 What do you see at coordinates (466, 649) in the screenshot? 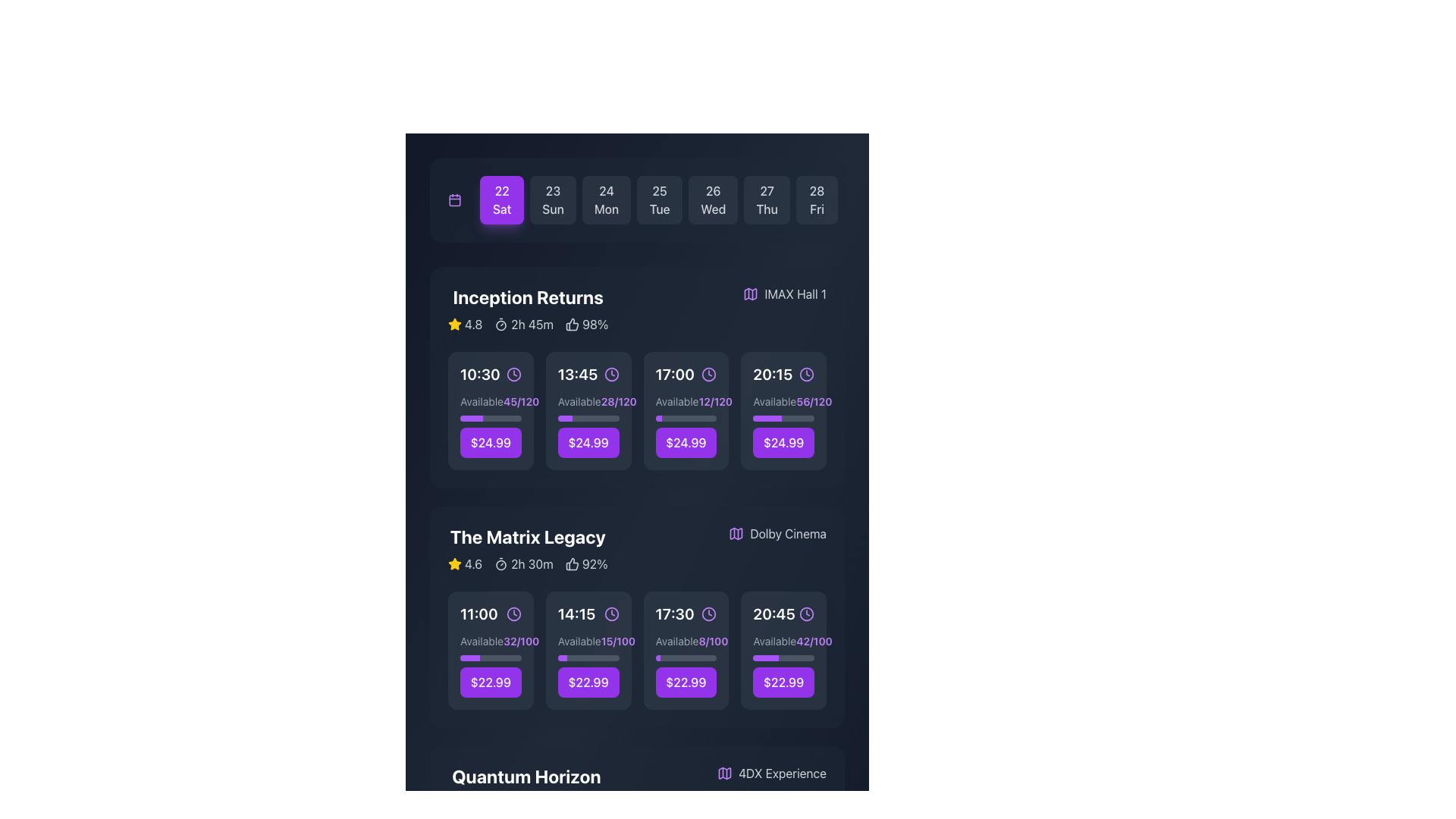
I see `the sofa outline icon located within the 'Select Seats' button, which is styled with a purple background and positioned towards the bottom-right of the viewable area` at bounding box center [466, 649].